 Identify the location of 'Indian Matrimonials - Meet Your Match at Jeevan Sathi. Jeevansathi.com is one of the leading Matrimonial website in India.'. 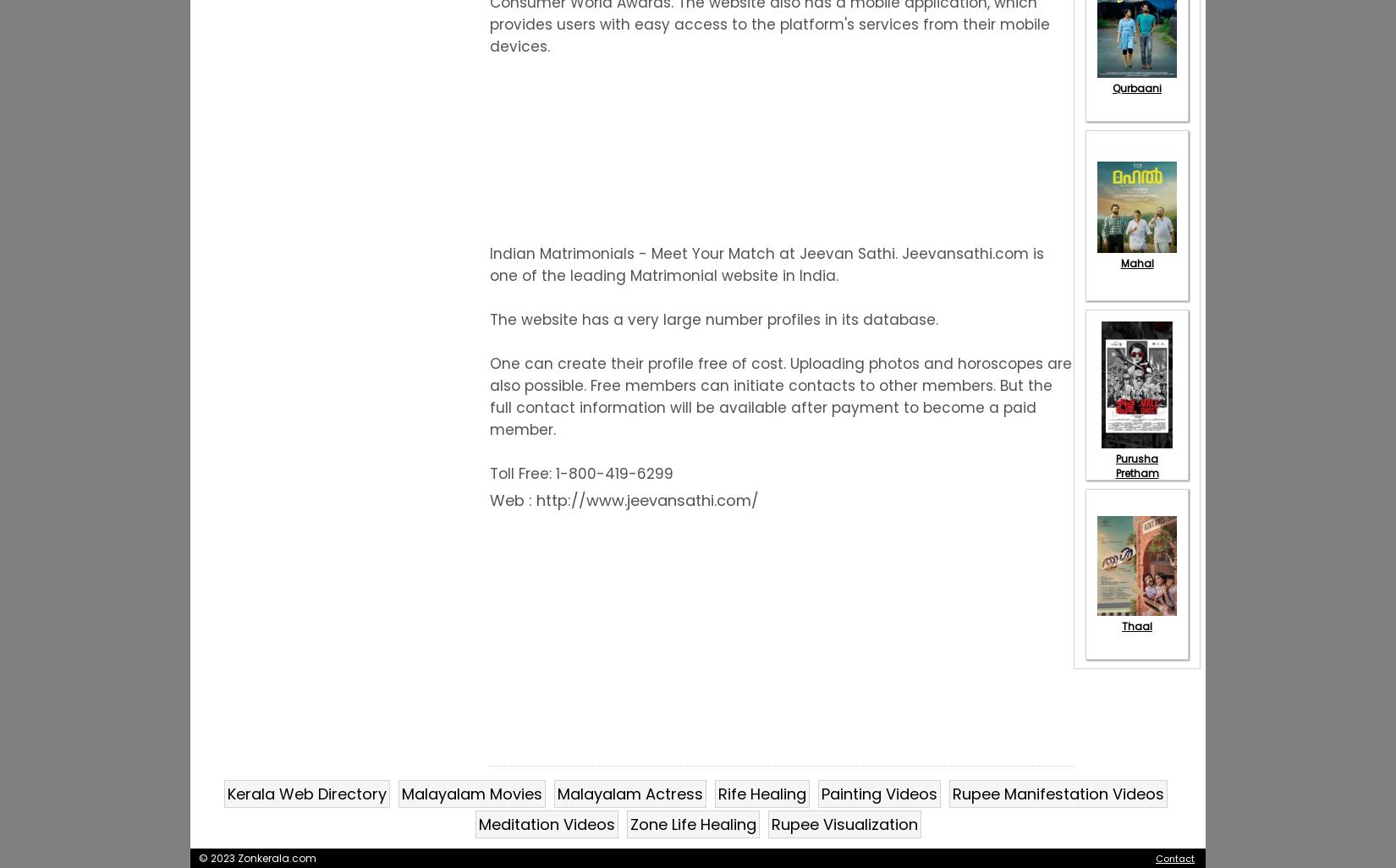
(488, 265).